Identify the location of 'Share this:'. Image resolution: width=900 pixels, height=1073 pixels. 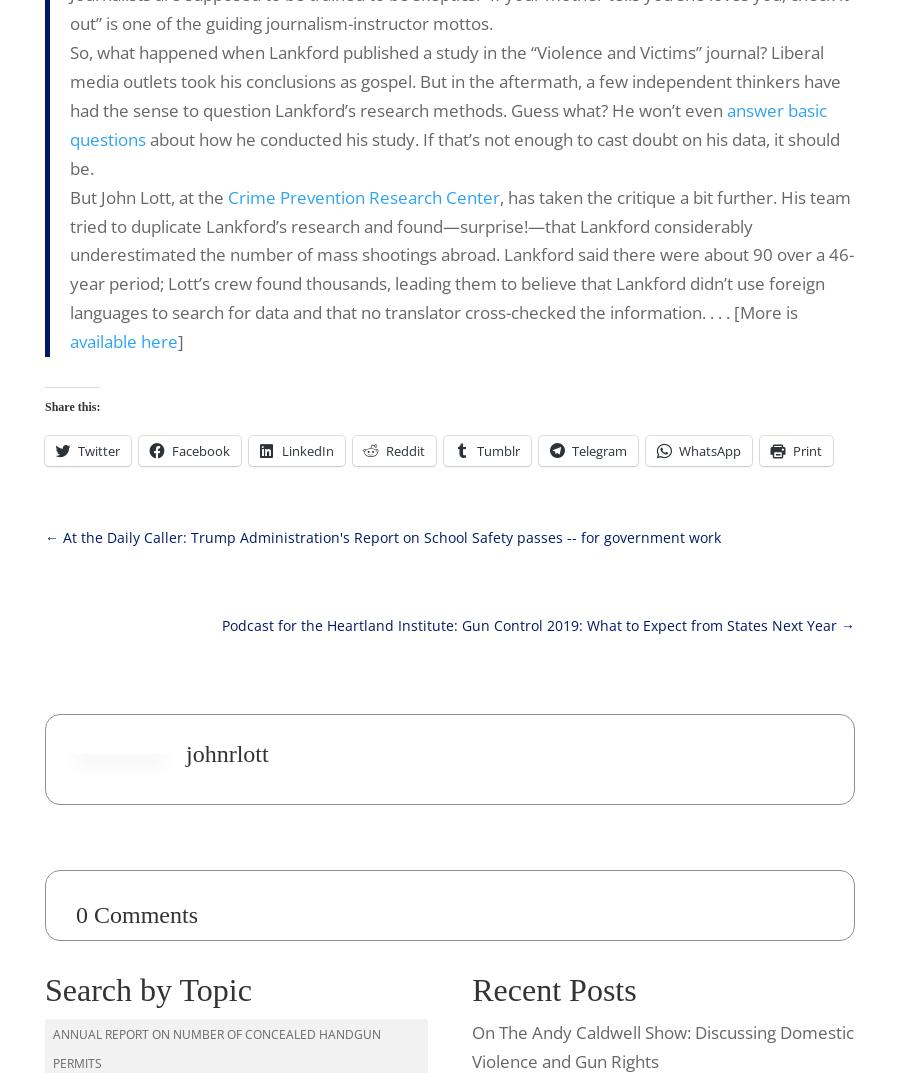
(71, 405).